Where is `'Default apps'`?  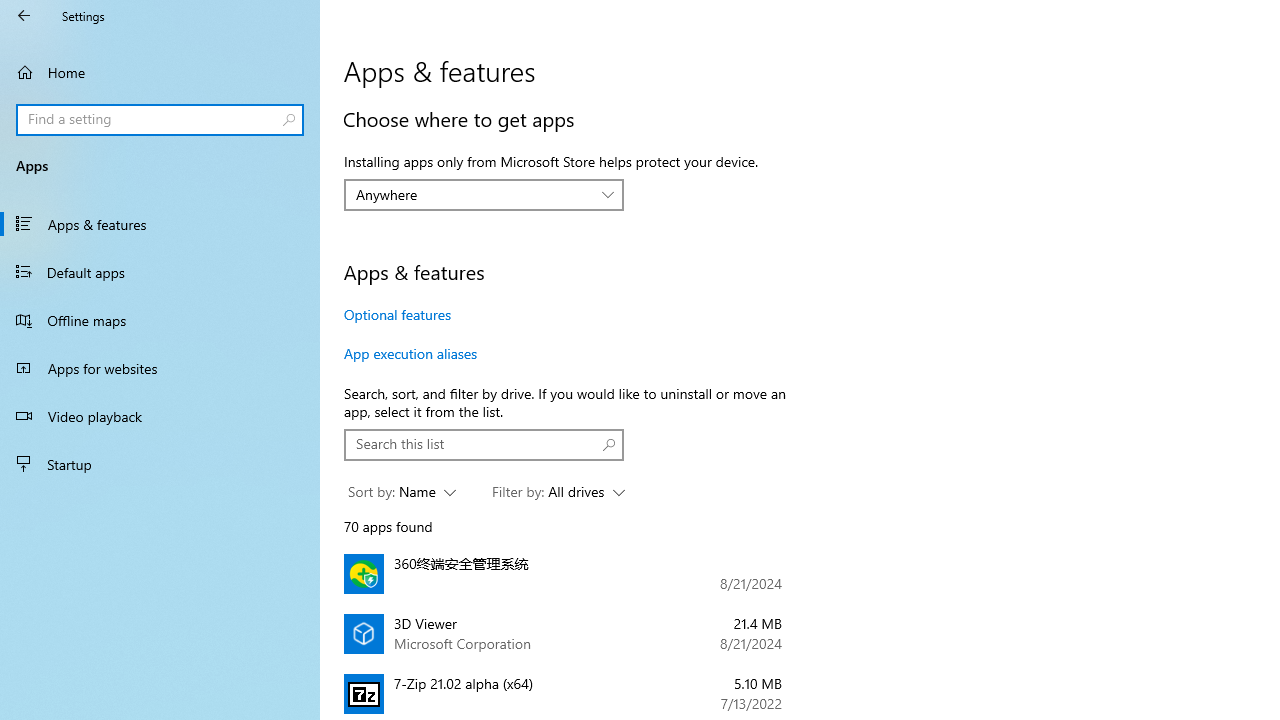 'Default apps' is located at coordinates (160, 271).